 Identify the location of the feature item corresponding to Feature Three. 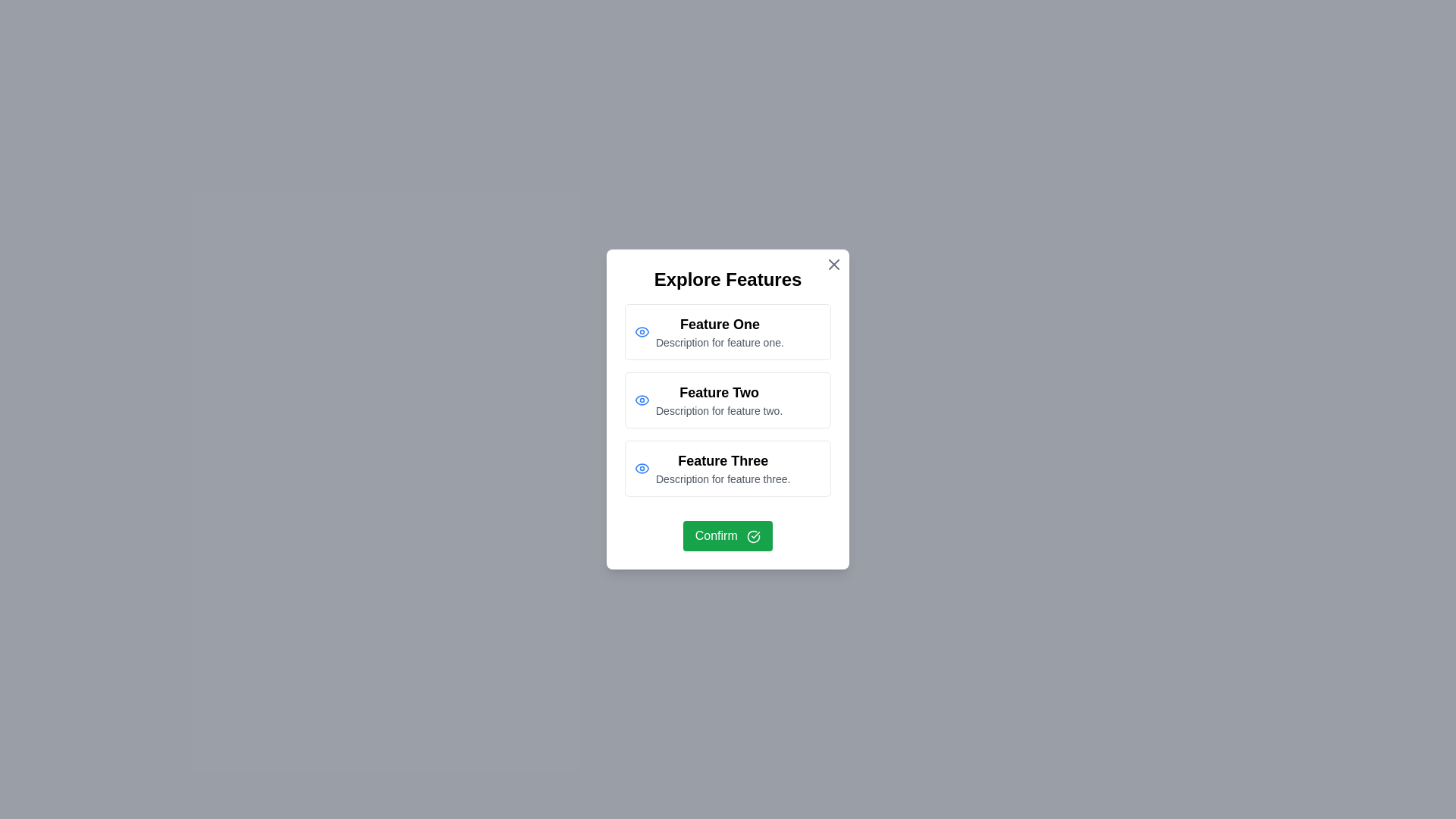
(728, 467).